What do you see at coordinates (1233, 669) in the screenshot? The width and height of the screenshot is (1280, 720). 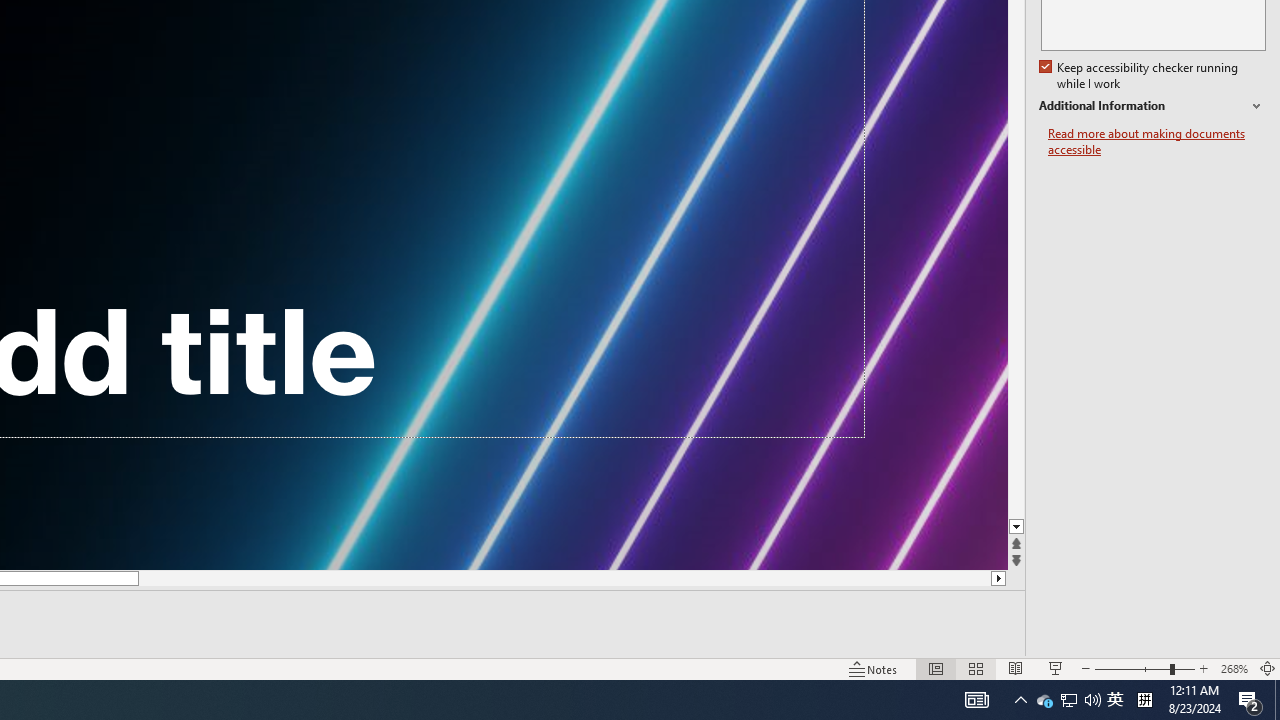 I see `'Zoom 268%'` at bounding box center [1233, 669].